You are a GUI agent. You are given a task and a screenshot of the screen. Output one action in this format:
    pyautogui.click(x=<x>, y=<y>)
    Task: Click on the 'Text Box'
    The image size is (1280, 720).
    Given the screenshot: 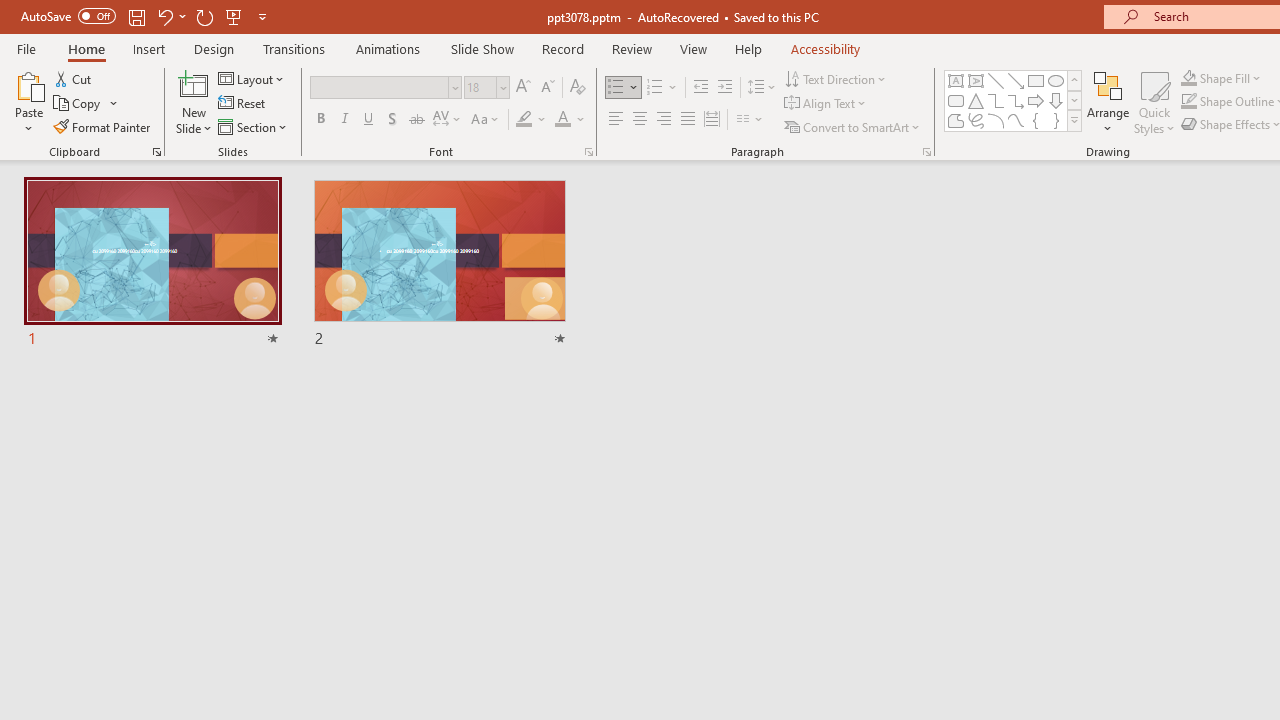 What is the action you would take?
    pyautogui.click(x=955, y=80)
    